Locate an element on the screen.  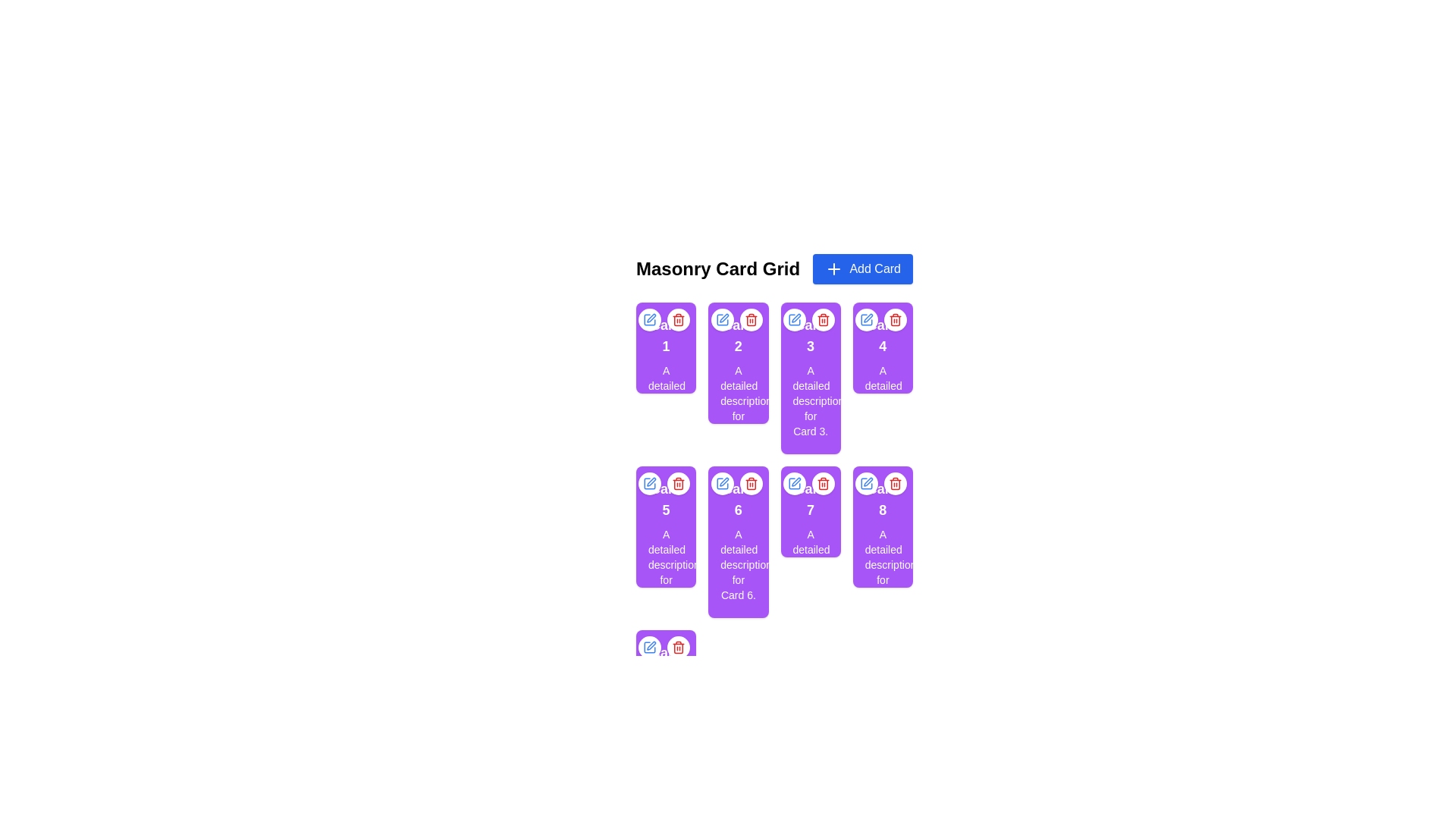
text content of the Text Label located at the top of 'Card 6', which displays the title or identifier of the card is located at coordinates (738, 500).